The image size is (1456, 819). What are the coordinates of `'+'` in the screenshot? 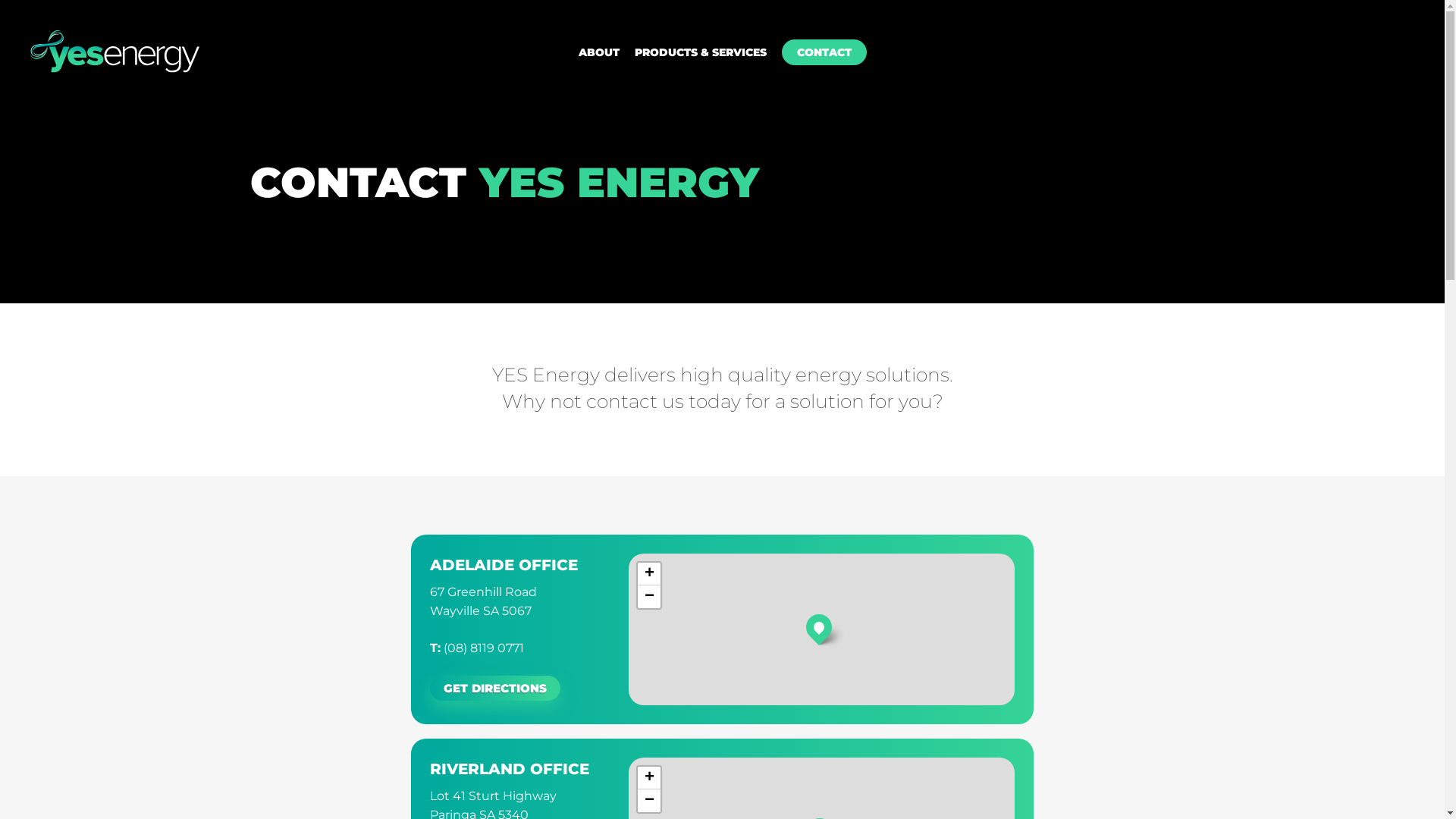 It's located at (648, 573).